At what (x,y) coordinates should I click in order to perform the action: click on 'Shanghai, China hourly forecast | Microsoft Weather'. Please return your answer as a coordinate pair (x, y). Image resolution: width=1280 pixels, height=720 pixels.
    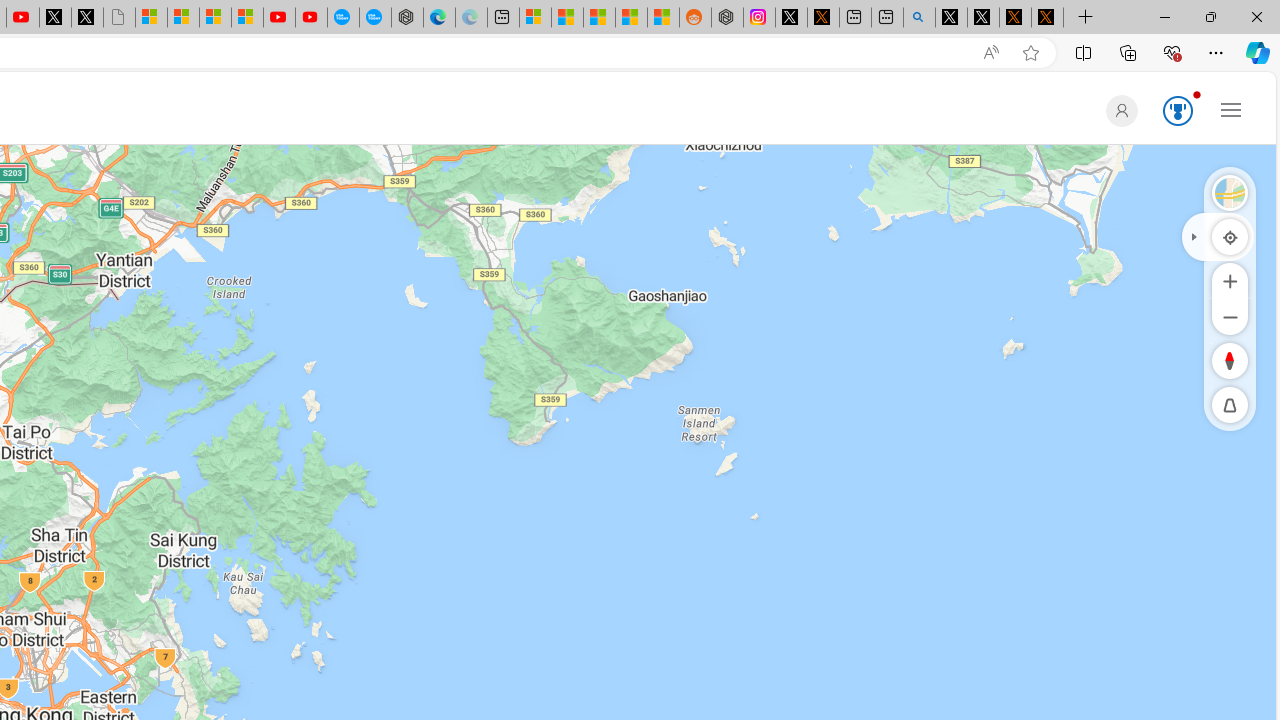
    Looking at the image, I should click on (598, 17).